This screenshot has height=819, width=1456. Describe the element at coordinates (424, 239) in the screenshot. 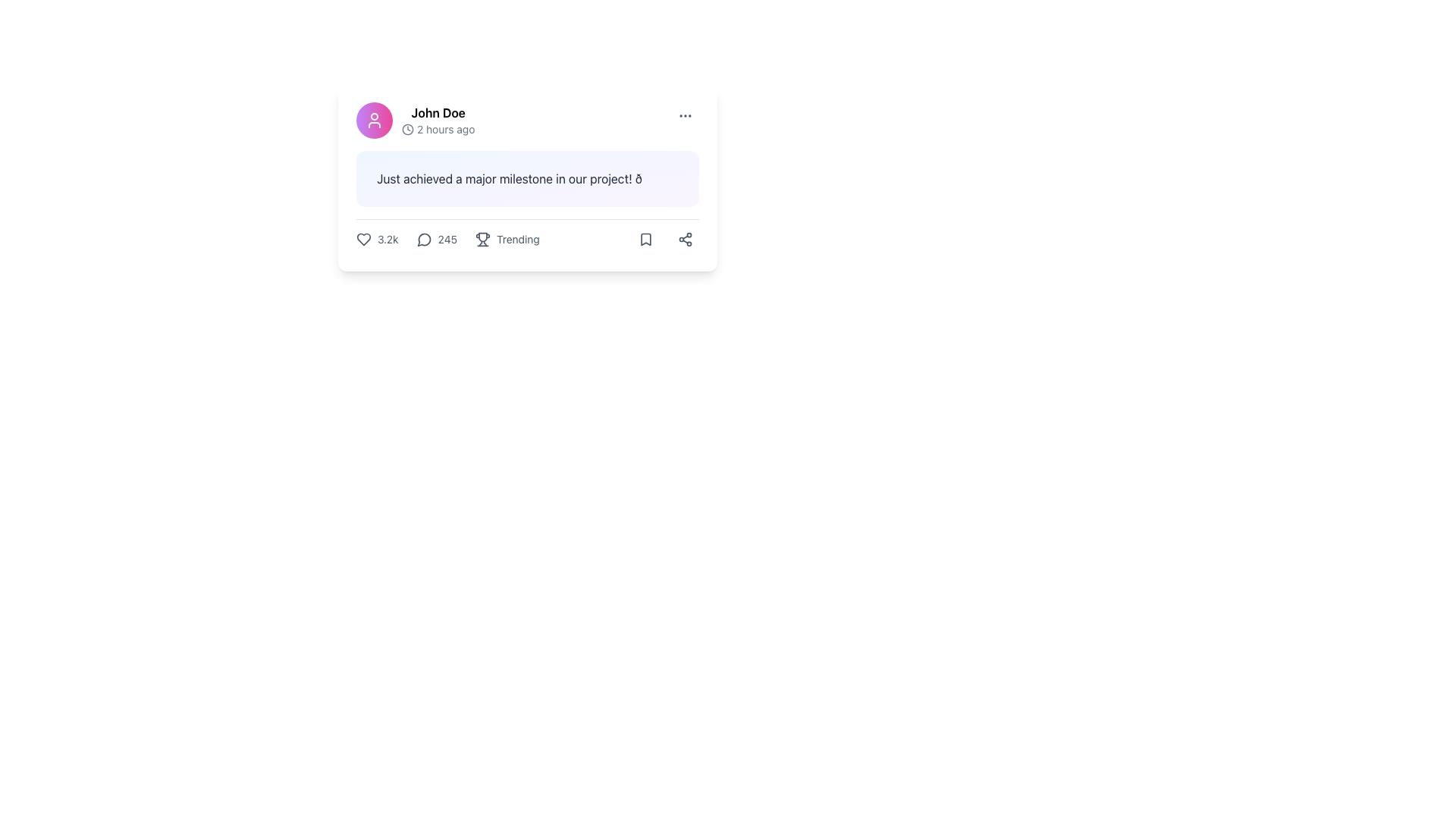

I see `the comment icon, which is the first icon in the group below the post content, to observe its interactive styling change` at that location.